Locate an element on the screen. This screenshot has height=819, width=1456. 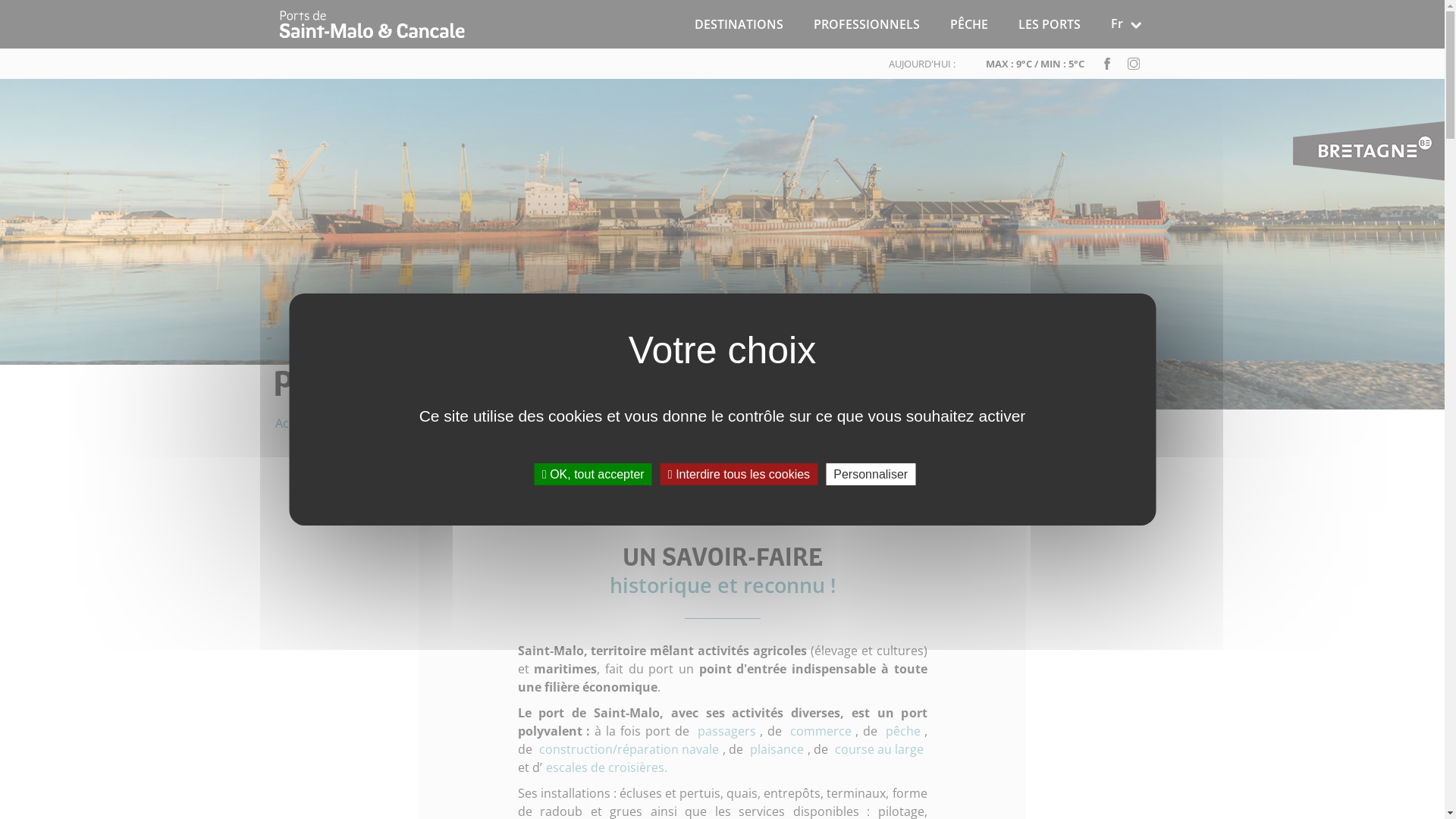
'passagers' is located at coordinates (726, 730).